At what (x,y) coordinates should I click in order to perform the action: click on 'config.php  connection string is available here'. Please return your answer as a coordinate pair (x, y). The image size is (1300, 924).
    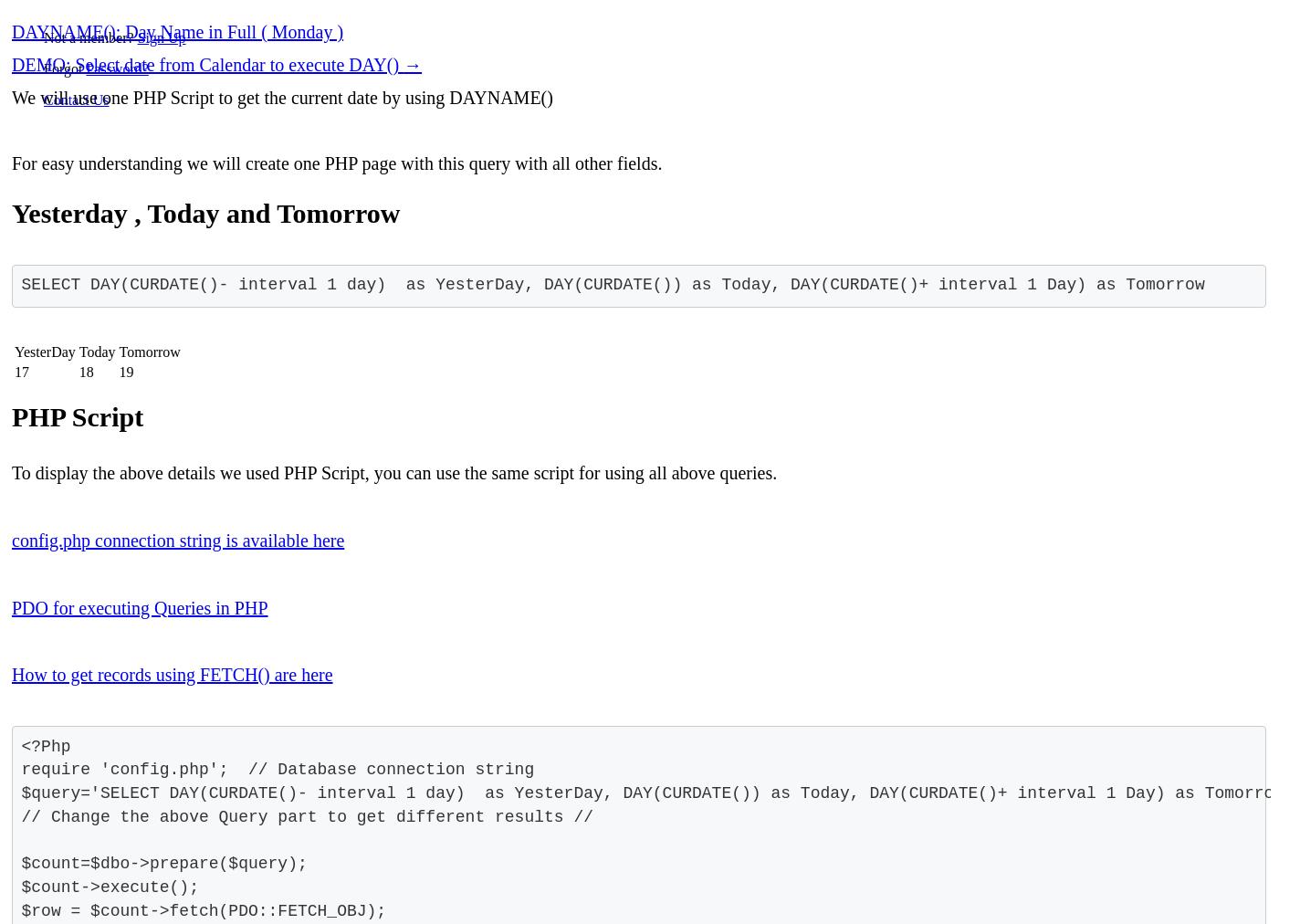
    Looking at the image, I should click on (176, 539).